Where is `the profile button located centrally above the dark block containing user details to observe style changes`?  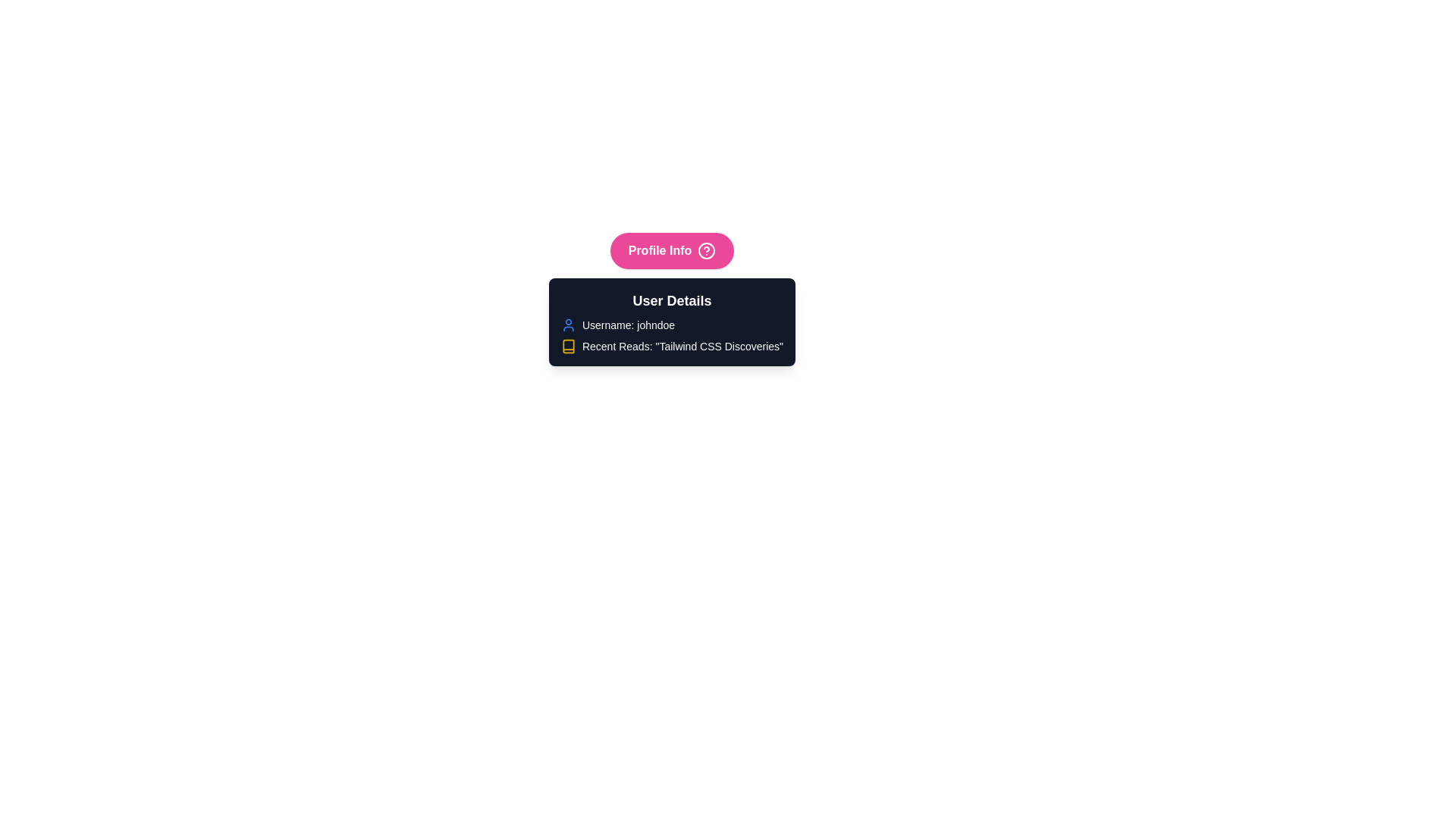 the profile button located centrally above the dark block containing user details to observe style changes is located at coordinates (671, 250).